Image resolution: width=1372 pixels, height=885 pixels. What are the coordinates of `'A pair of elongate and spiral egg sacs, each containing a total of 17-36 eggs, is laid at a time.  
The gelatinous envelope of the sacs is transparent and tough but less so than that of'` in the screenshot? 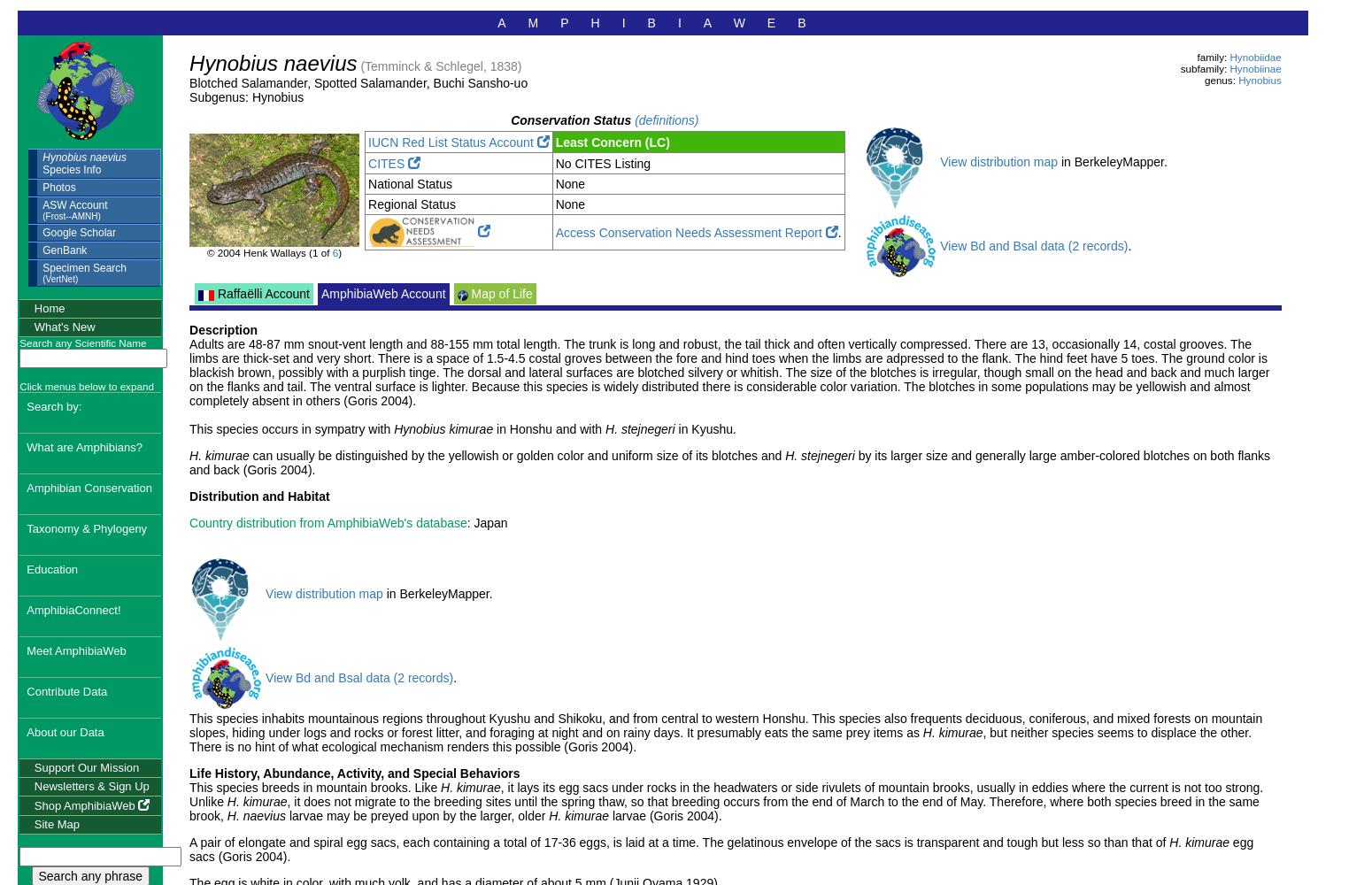 It's located at (679, 841).